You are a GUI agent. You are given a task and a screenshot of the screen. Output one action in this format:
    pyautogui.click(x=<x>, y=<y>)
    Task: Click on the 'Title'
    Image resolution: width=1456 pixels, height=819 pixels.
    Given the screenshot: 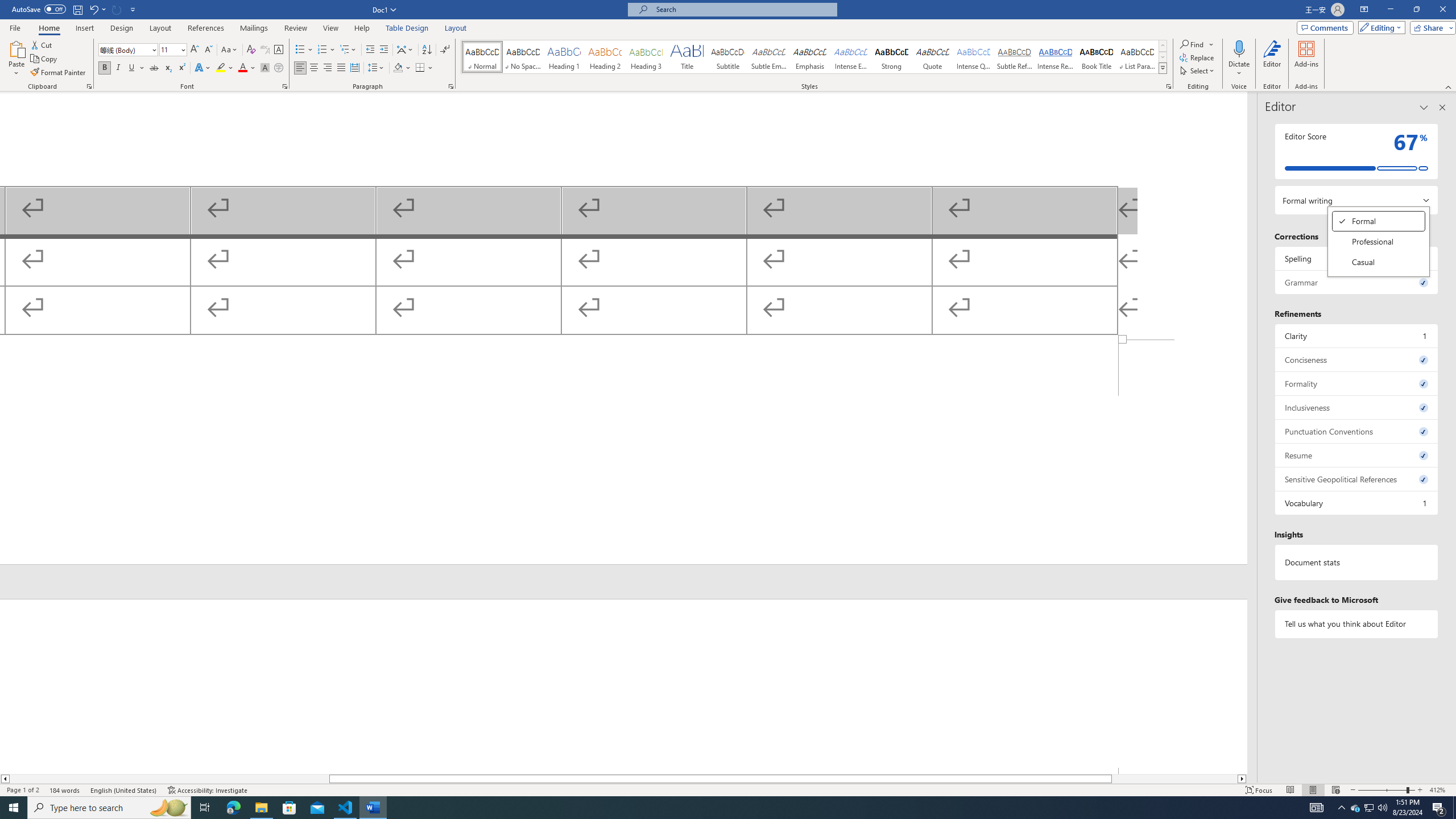 What is the action you would take?
    pyautogui.click(x=686, y=56)
    